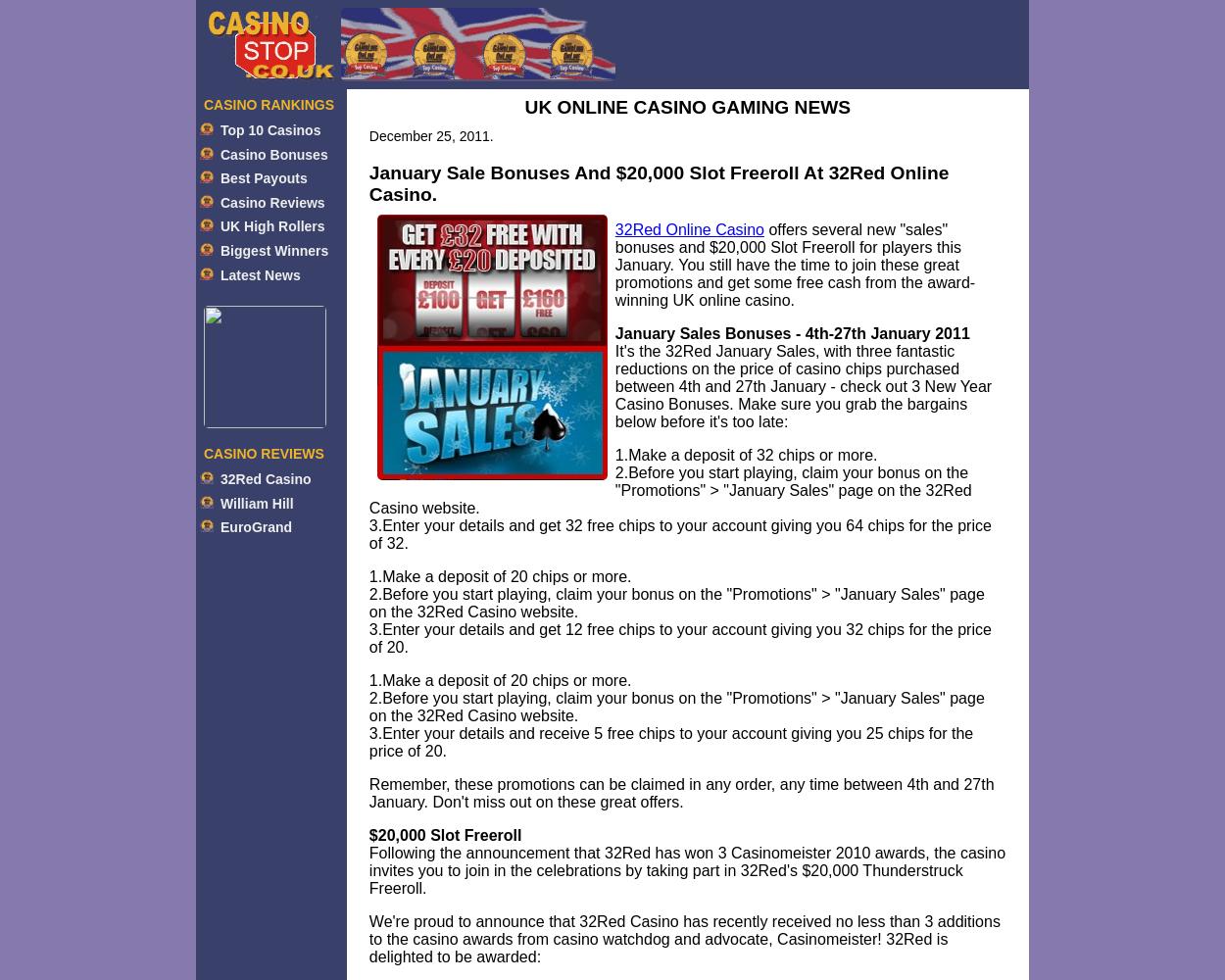 The image size is (1225, 980). What do you see at coordinates (678, 638) in the screenshot?
I see `'3.Enter your details and get 12 free chips to your account giving you 32 chips for the price of 20.'` at bounding box center [678, 638].